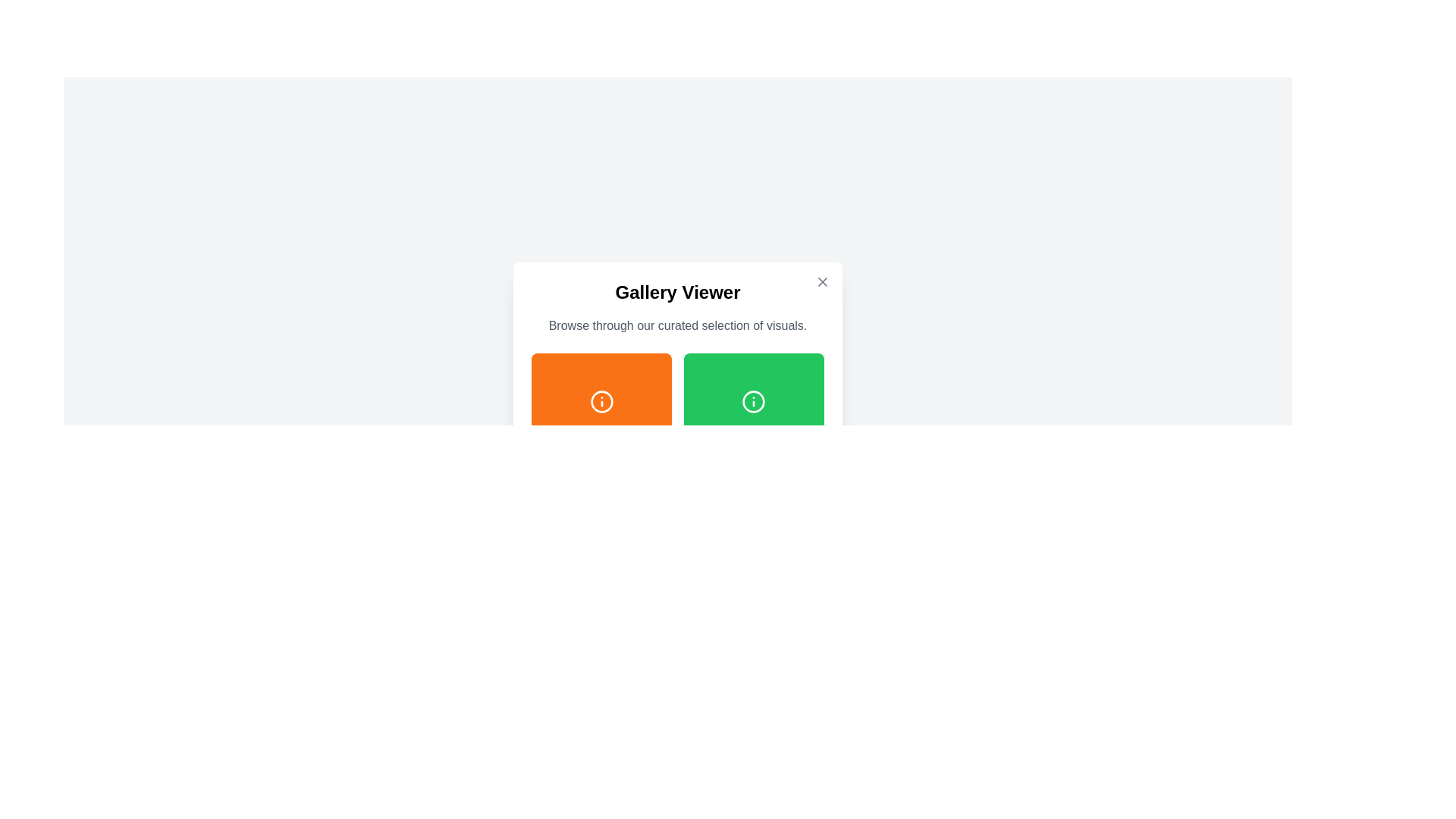 The height and width of the screenshot is (819, 1456). Describe the element at coordinates (821, 281) in the screenshot. I see `the 'X' shaped close button icon located in the upper-right corner of the 'Gallery Viewer' modal` at that location.